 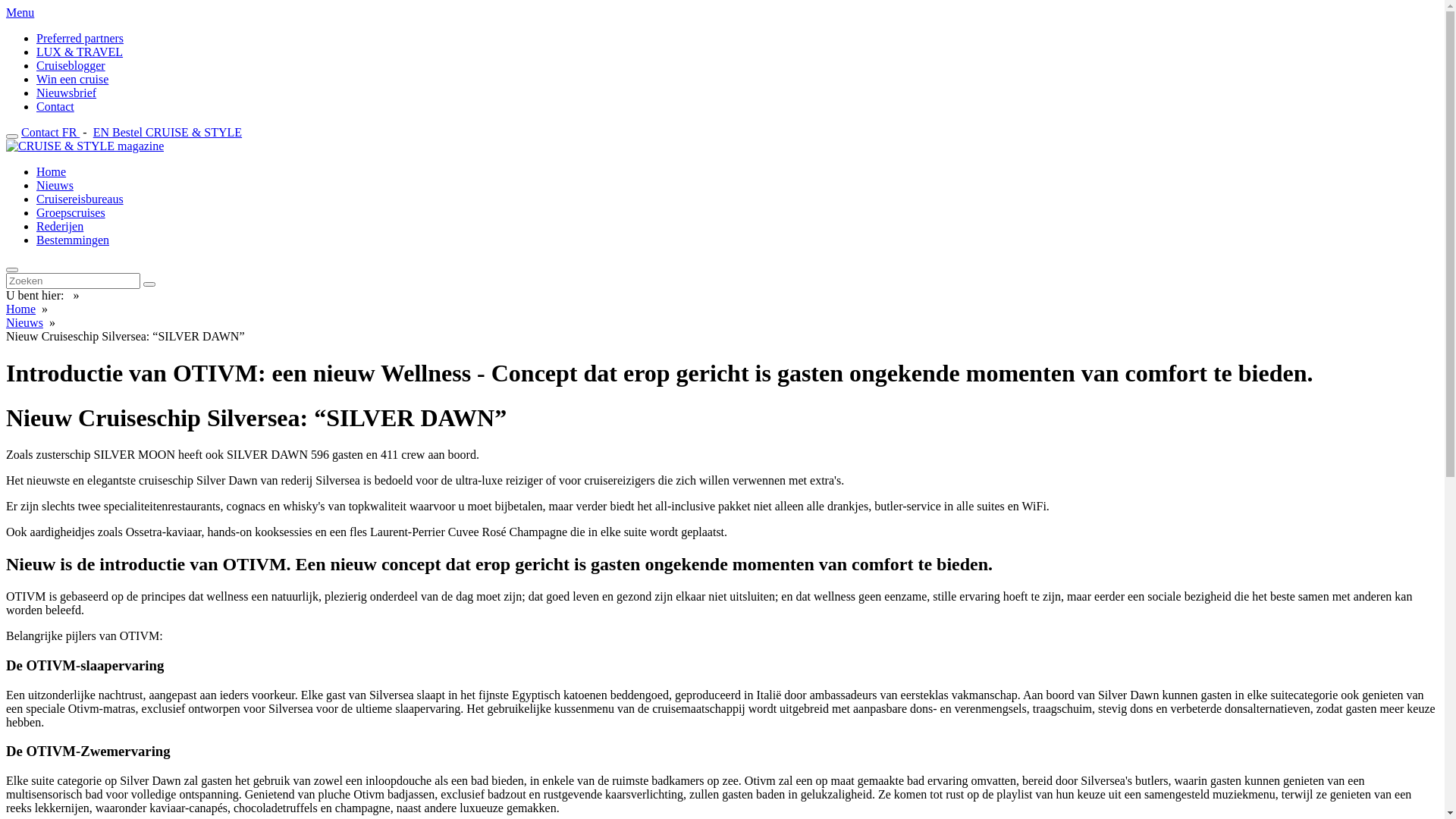 What do you see at coordinates (65, 93) in the screenshot?
I see `'Nieuwsbrief'` at bounding box center [65, 93].